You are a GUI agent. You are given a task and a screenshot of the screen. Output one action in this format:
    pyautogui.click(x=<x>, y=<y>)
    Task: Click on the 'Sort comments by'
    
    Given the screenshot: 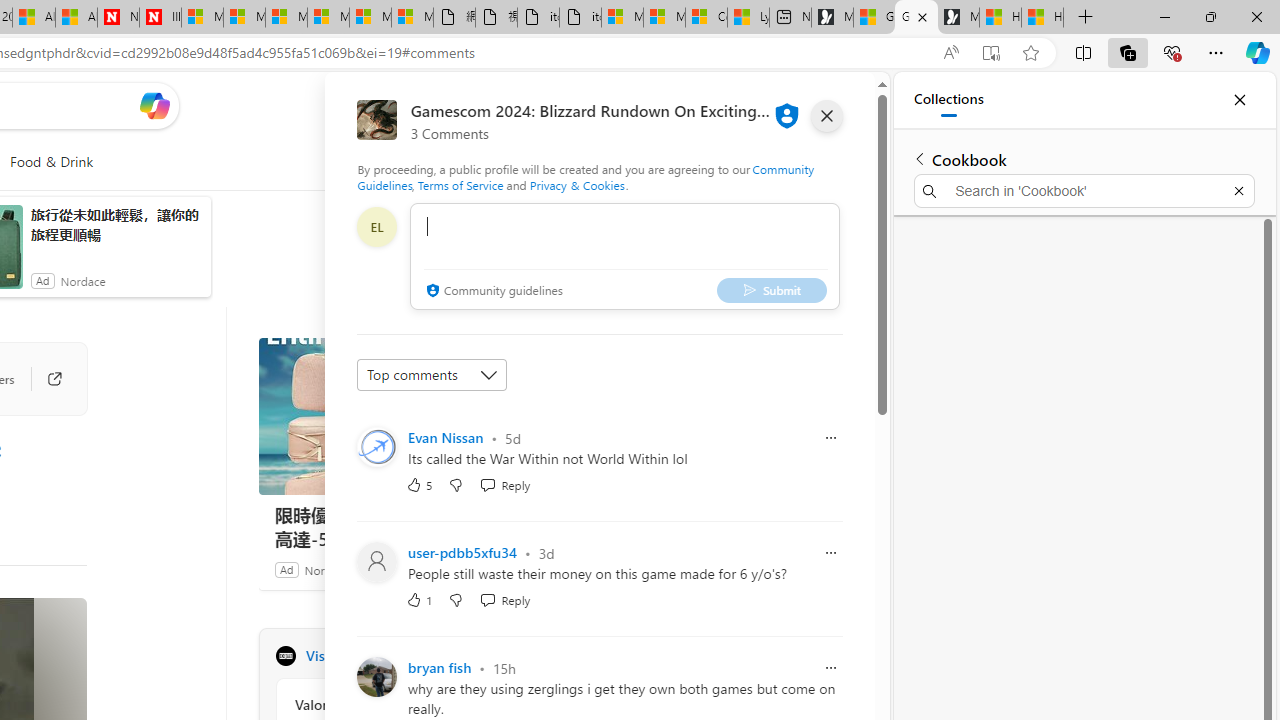 What is the action you would take?
    pyautogui.click(x=431, y=375)
    